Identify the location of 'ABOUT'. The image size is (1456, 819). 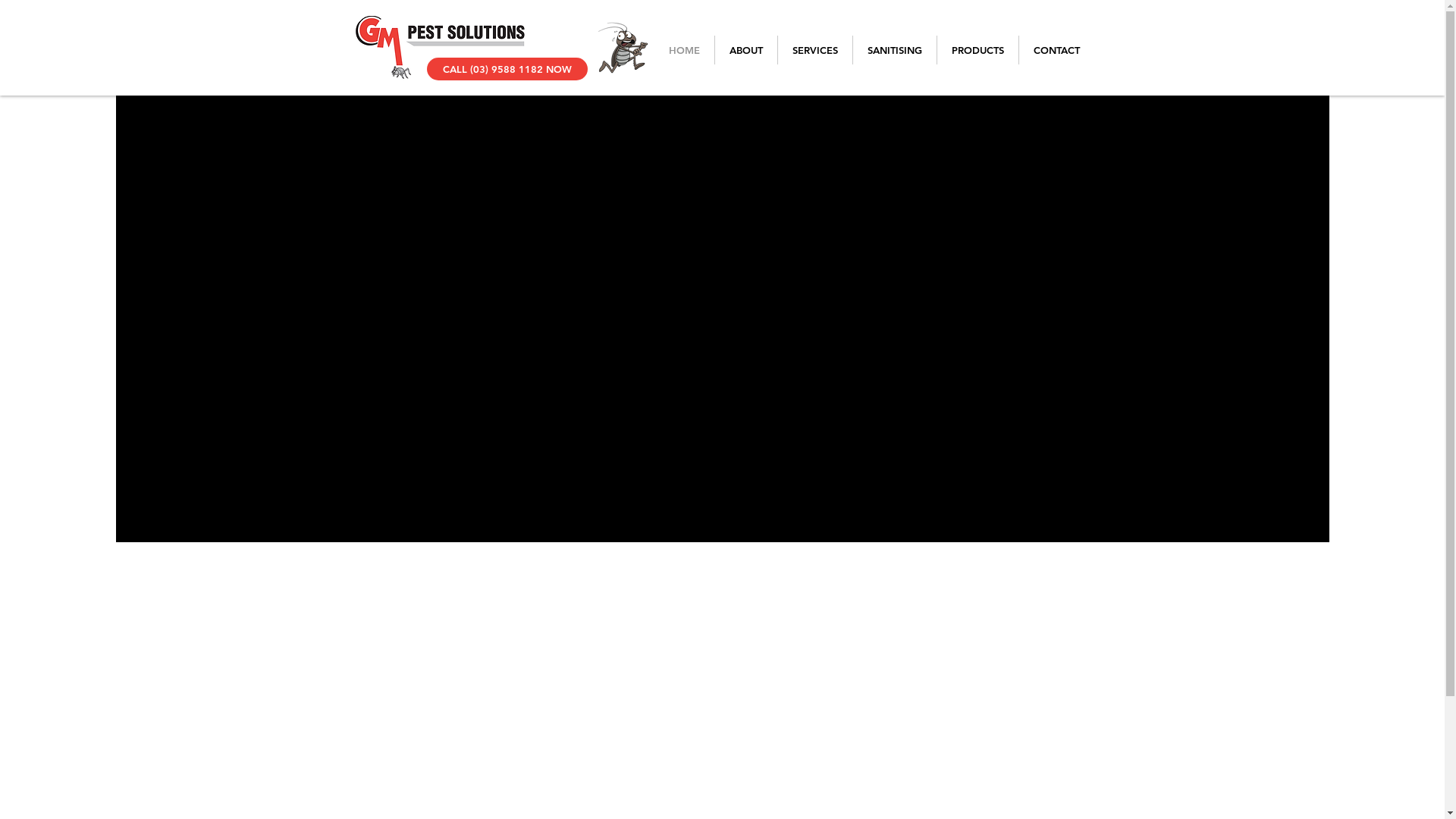
(745, 49).